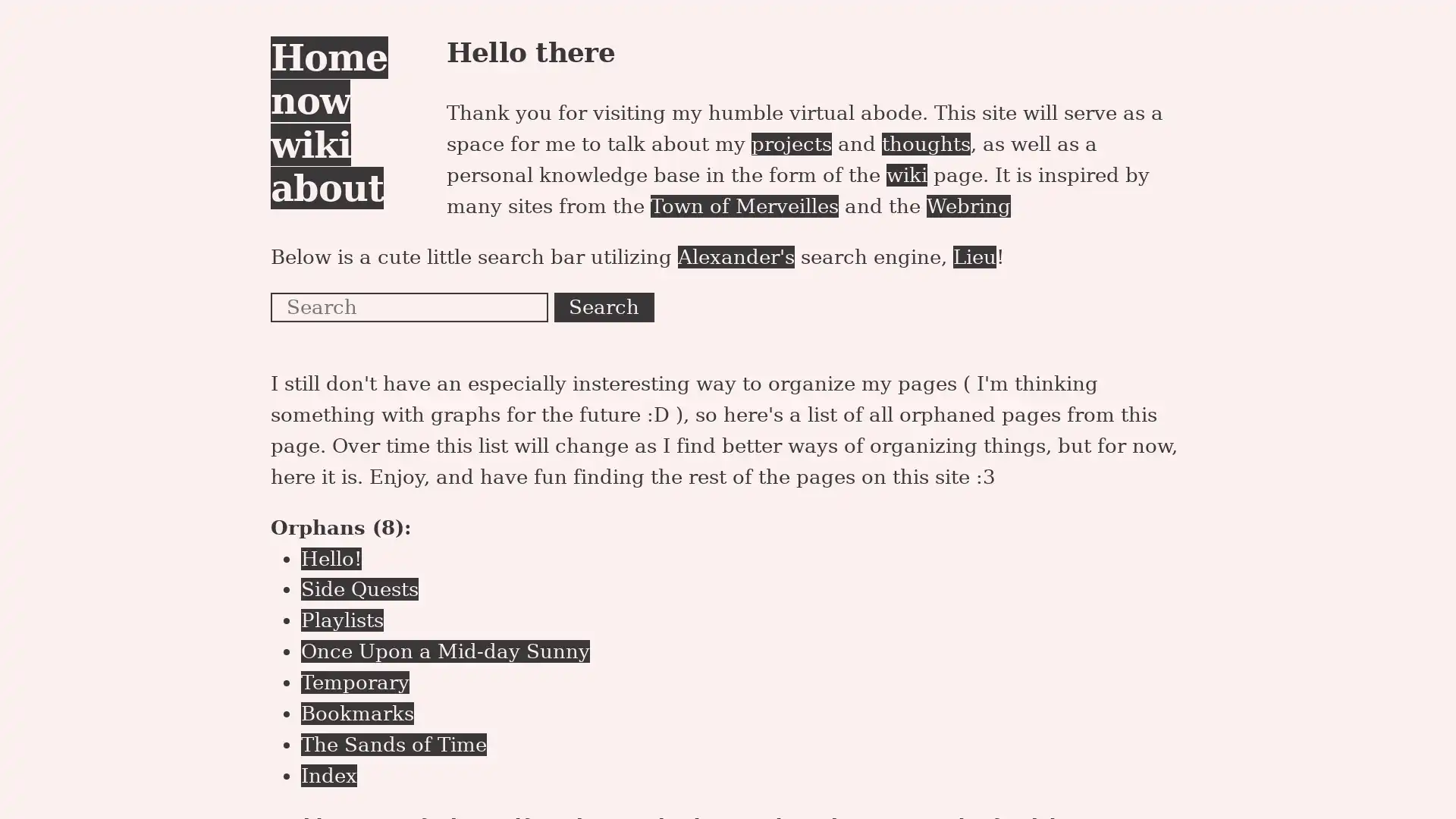 The image size is (1456, 819). What do you see at coordinates (603, 307) in the screenshot?
I see `Search` at bounding box center [603, 307].